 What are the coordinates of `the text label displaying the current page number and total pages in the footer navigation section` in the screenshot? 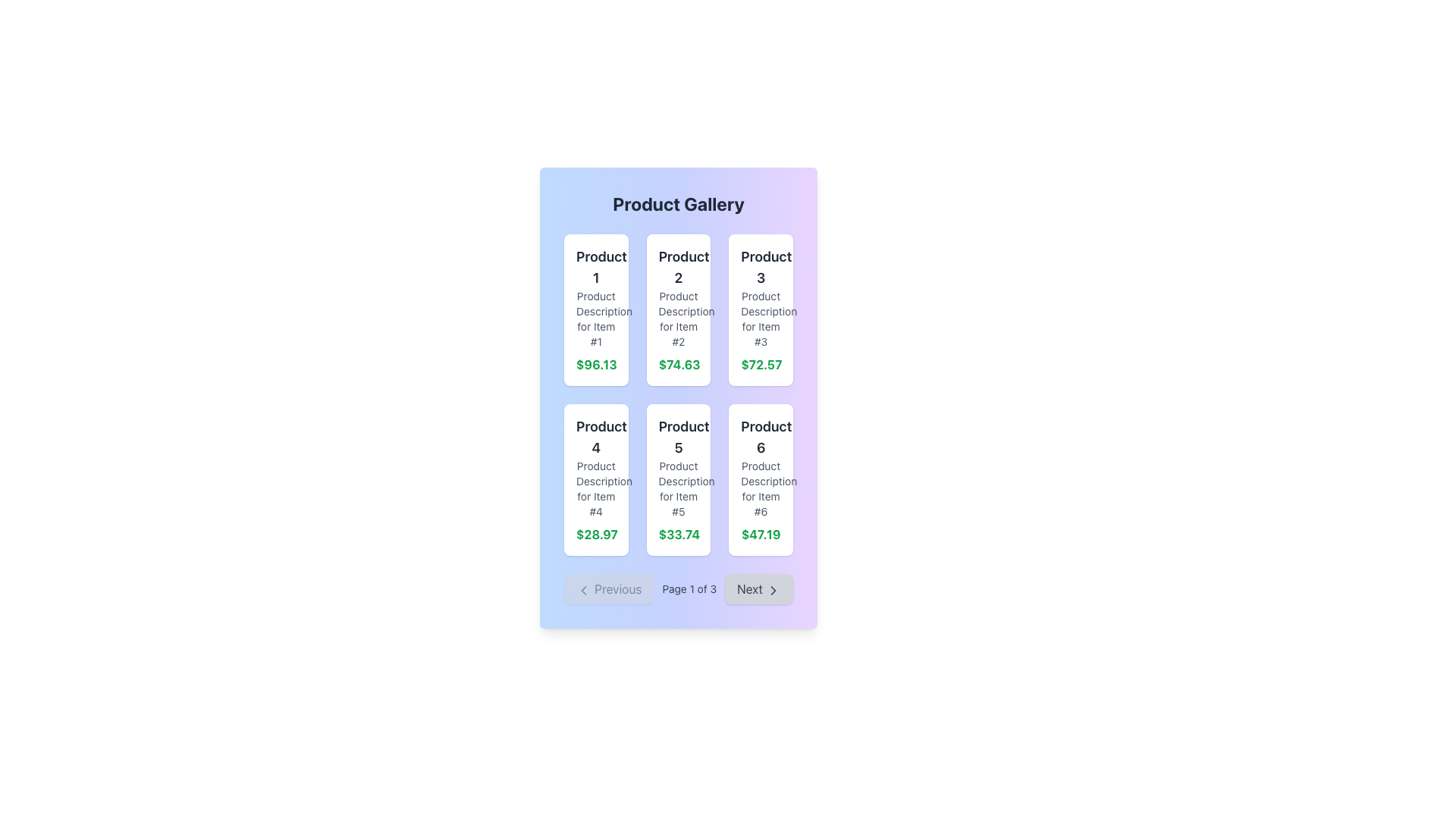 It's located at (689, 588).